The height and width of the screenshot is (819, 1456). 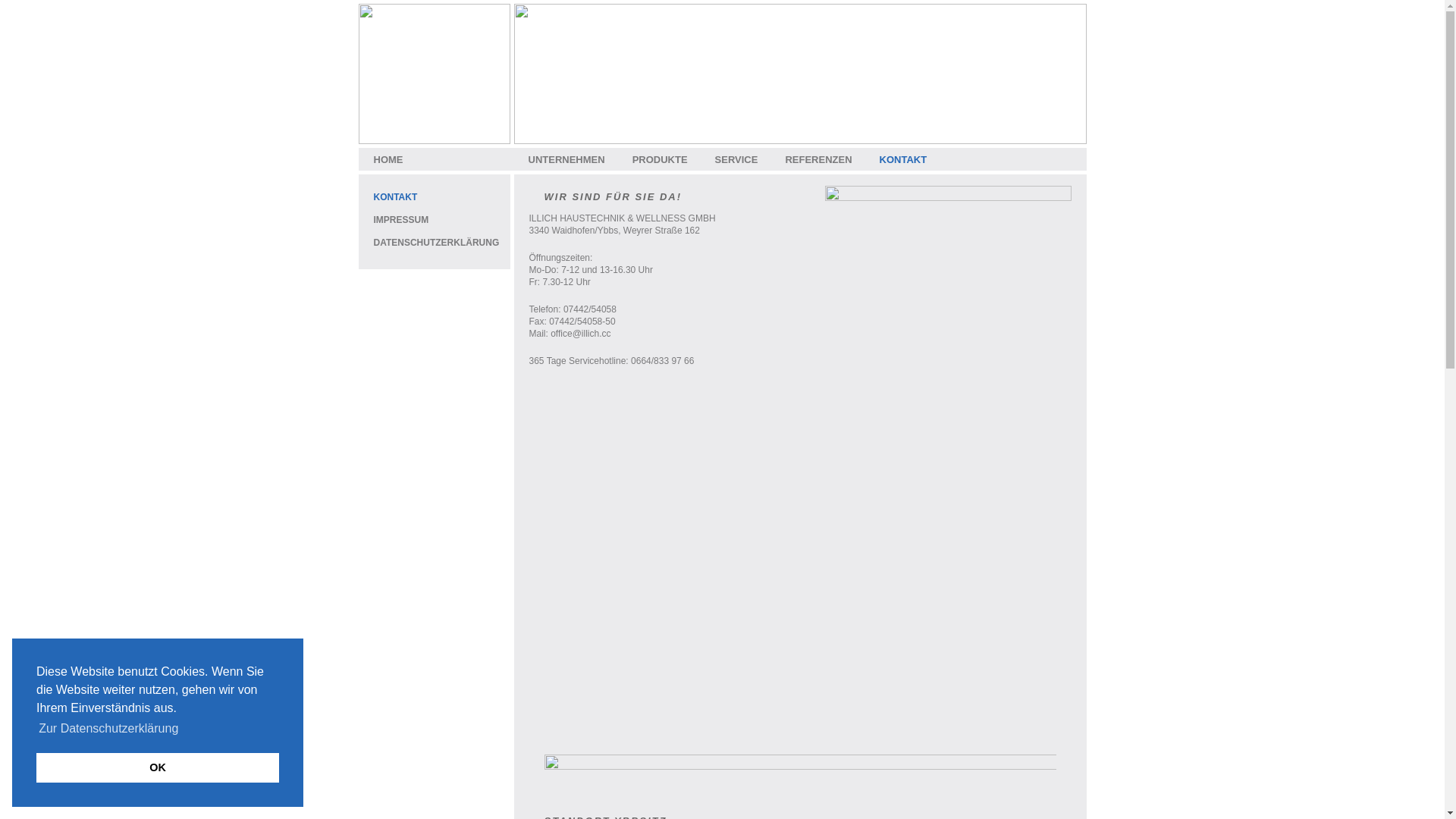 What do you see at coordinates (736, 159) in the screenshot?
I see `'SERVICE'` at bounding box center [736, 159].